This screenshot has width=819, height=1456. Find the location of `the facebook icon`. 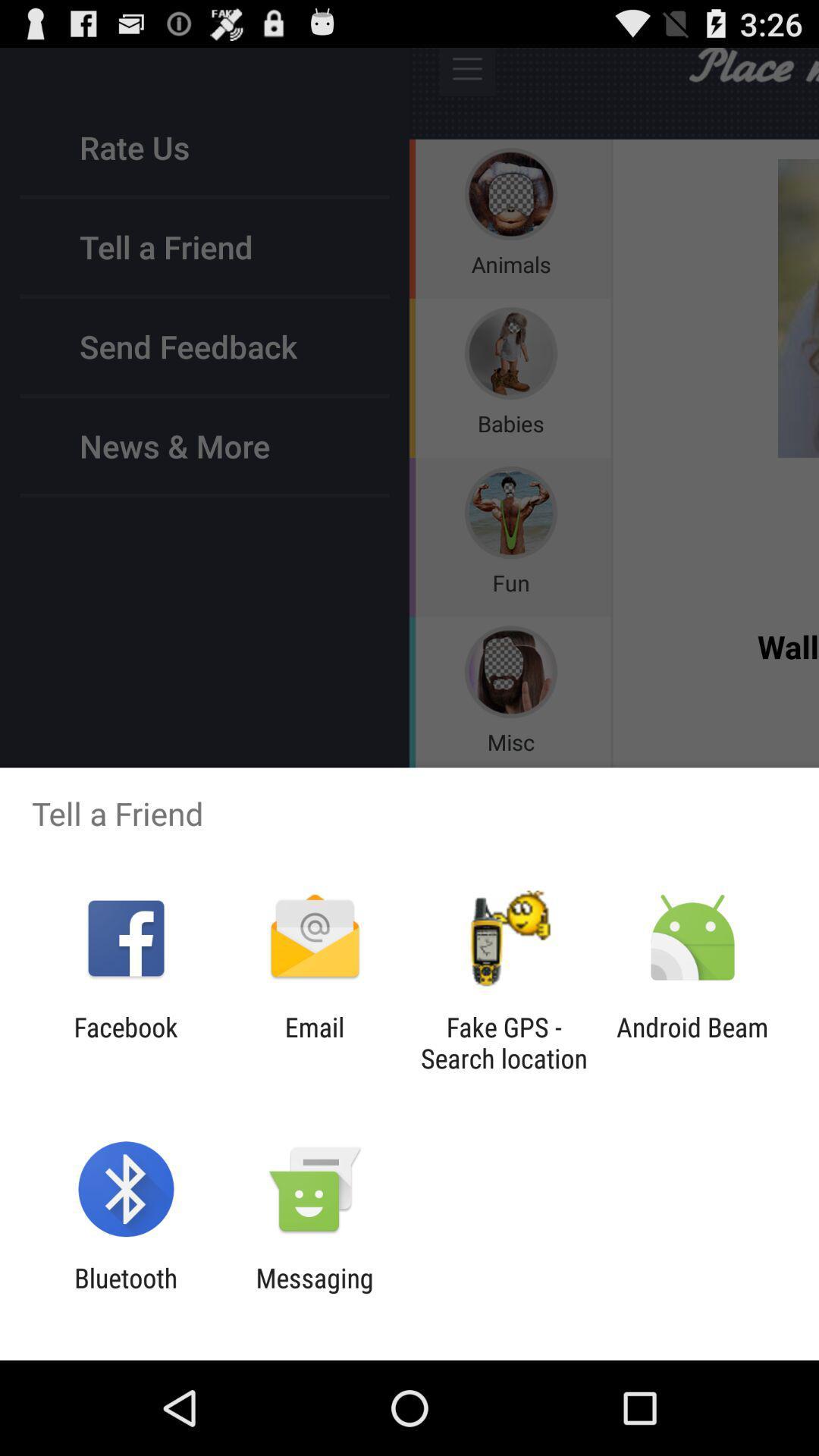

the facebook icon is located at coordinates (125, 1042).